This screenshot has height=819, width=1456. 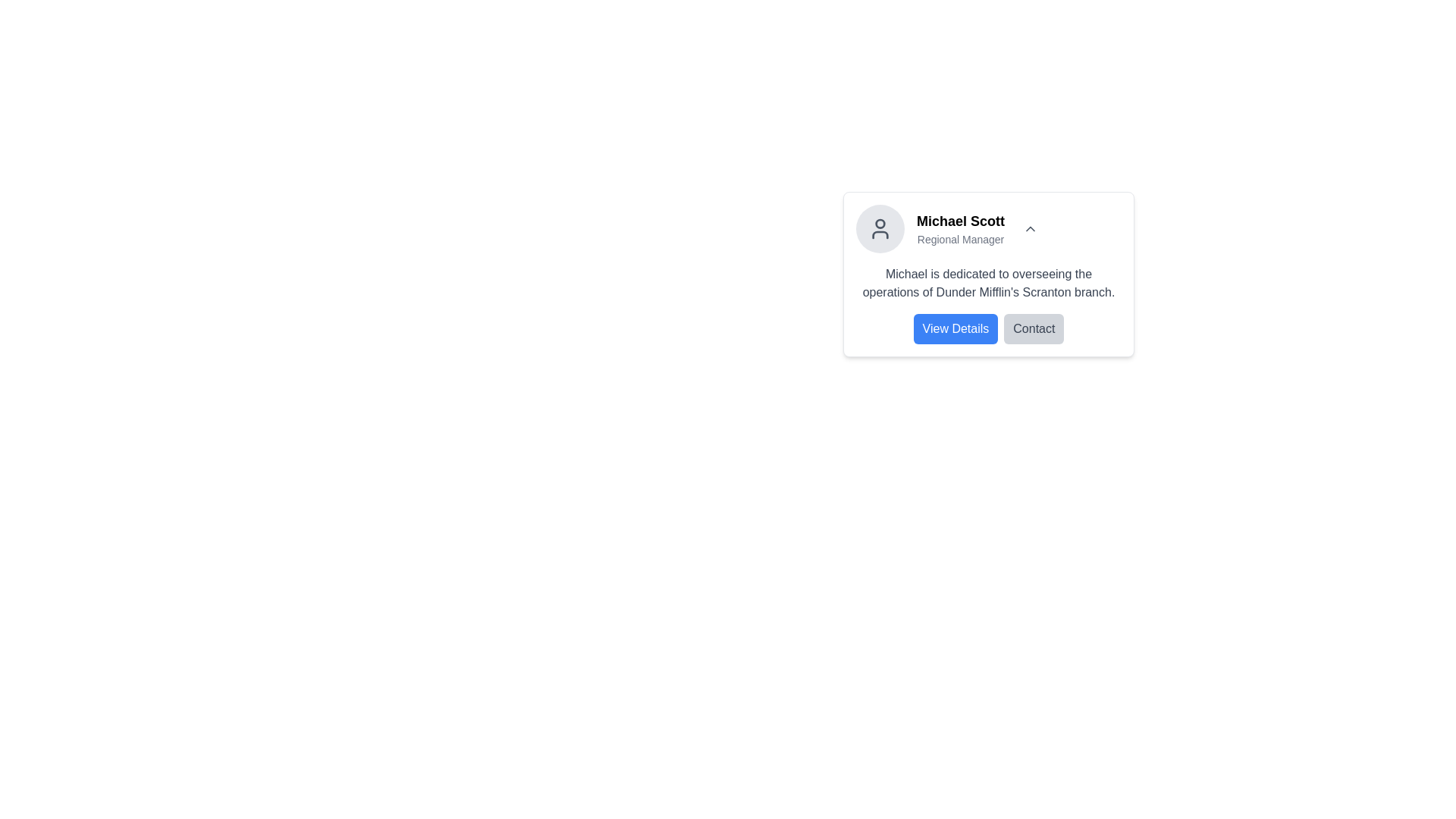 What do you see at coordinates (960, 228) in the screenshot?
I see `the compound text display element showing 'Michael Scott' and 'Regional Manager' which is located at the upper section of a card interface, positioned towards the right of a user avatar icon` at bounding box center [960, 228].